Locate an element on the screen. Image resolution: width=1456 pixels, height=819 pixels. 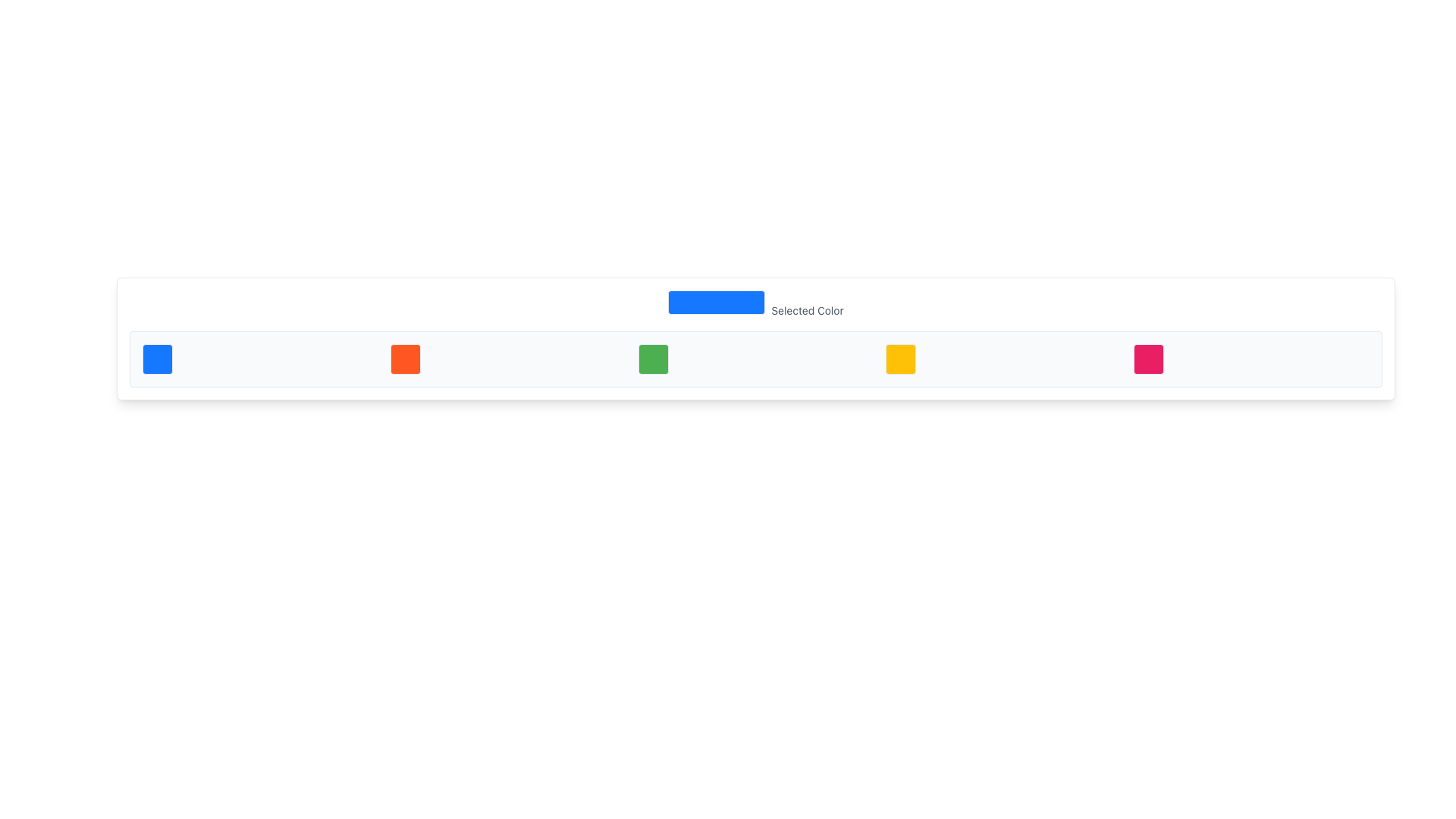
the second square from the left in a grid of five colored squares, which acts as a Click button or color indicator is located at coordinates (405, 359).